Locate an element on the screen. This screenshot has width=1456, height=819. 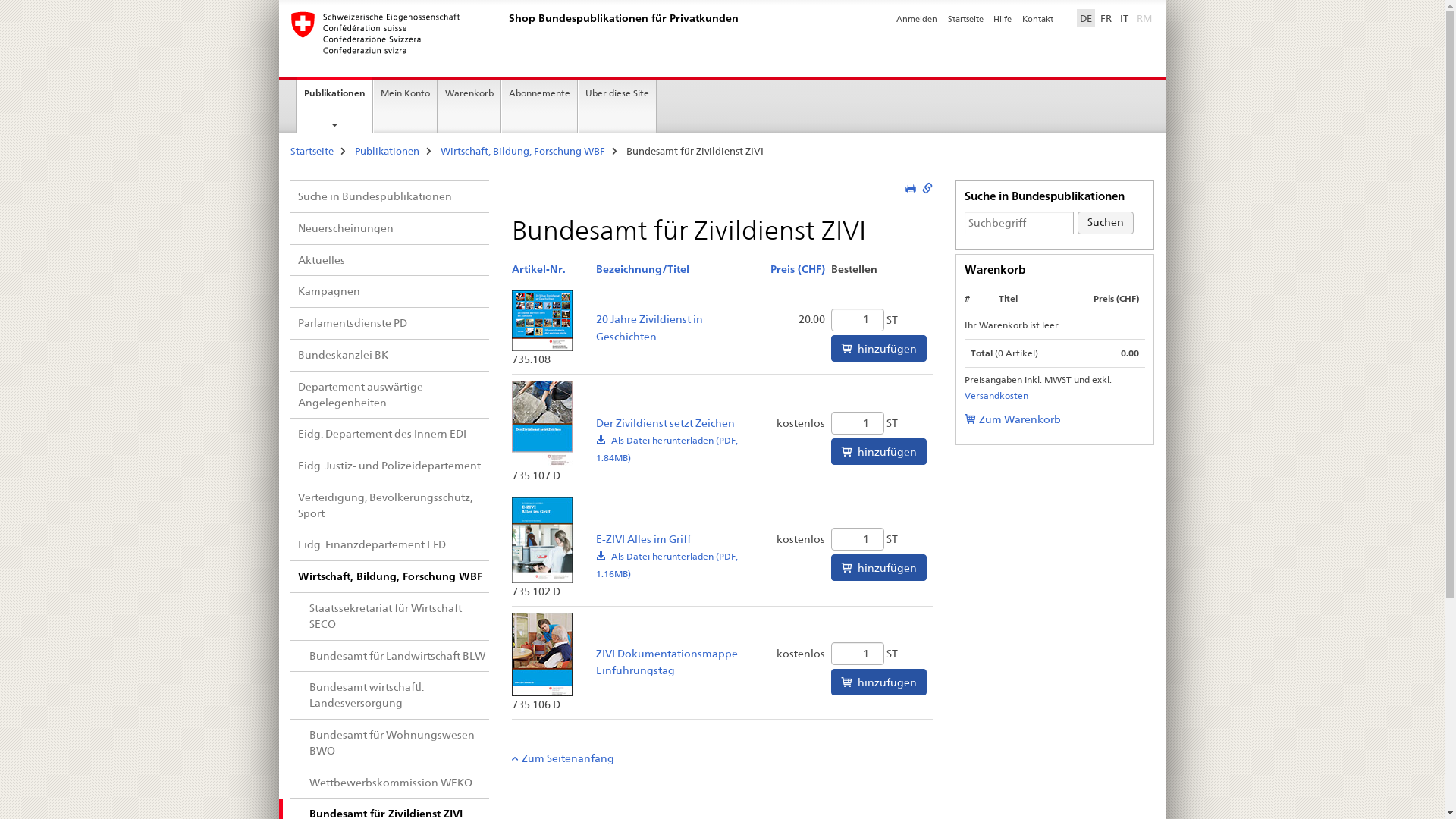
'Produktbild: Der Zivildienst setzt Zeichen' is located at coordinates (542, 424).